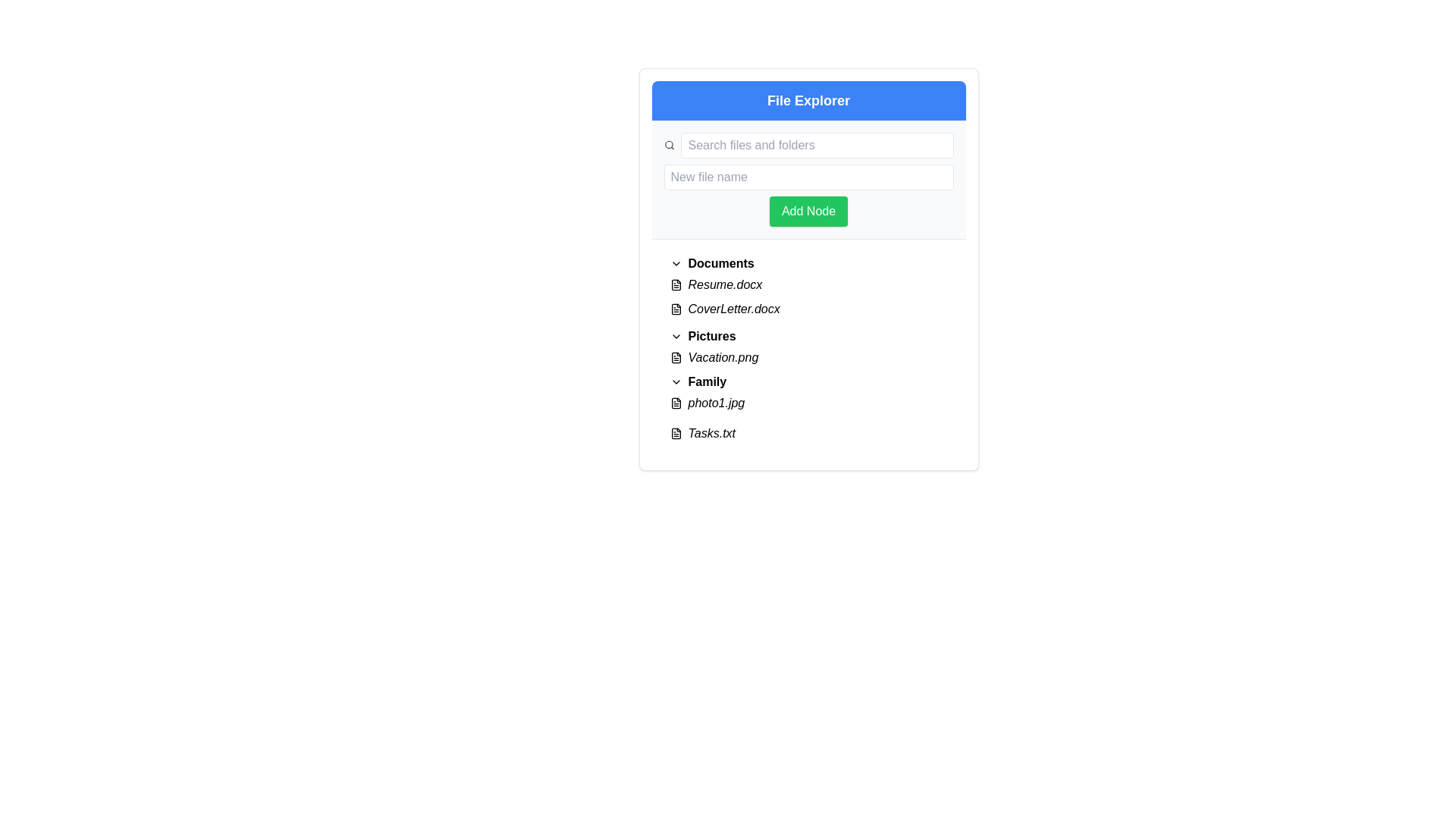 Image resolution: width=1456 pixels, height=819 pixels. What do you see at coordinates (675, 284) in the screenshot?
I see `the file icon that resembles a file with a rectangular outline, positioned to the left of the file name 'Resume.docx'` at bounding box center [675, 284].